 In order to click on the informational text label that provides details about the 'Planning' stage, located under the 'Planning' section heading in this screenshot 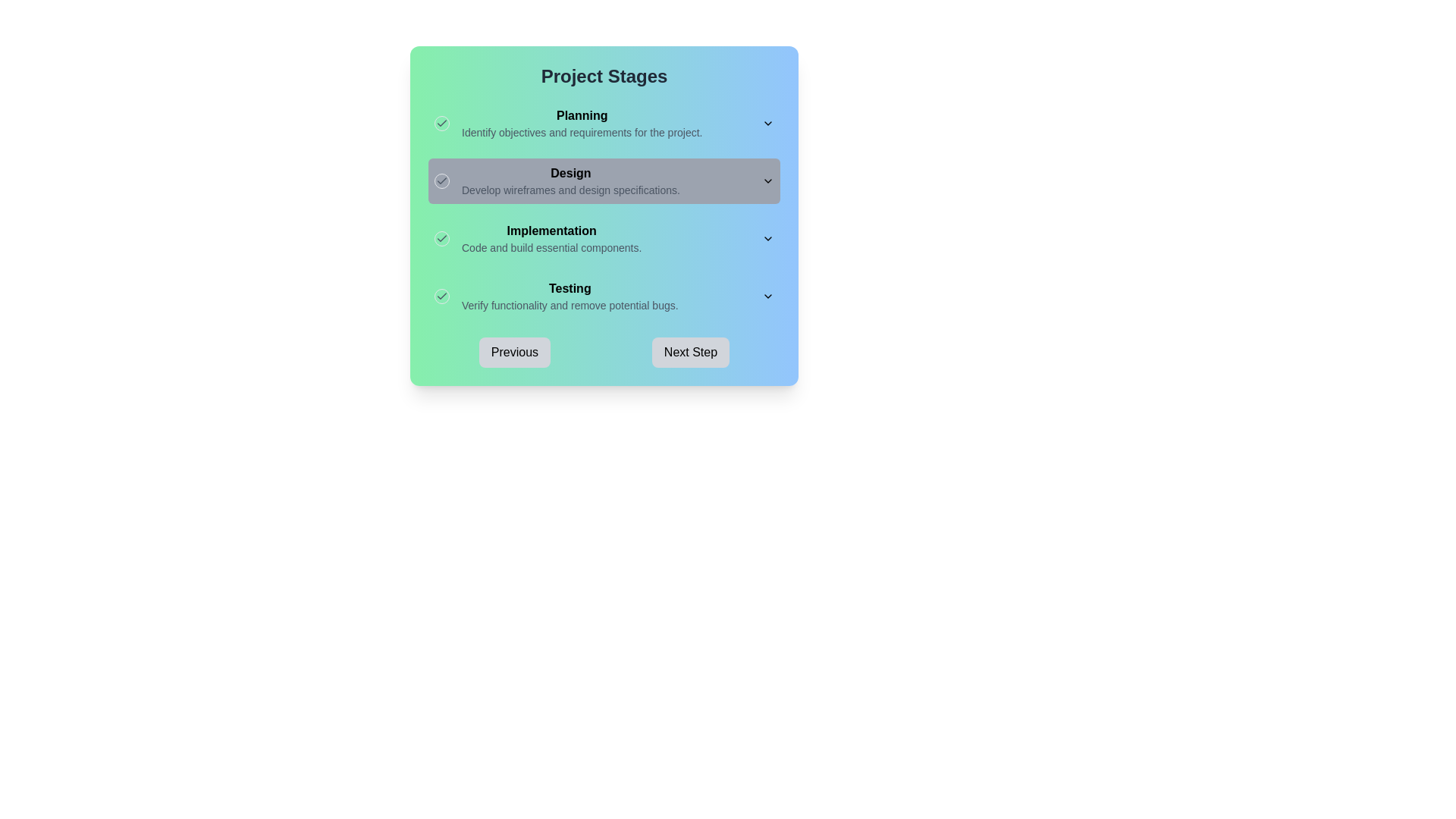, I will do `click(581, 131)`.